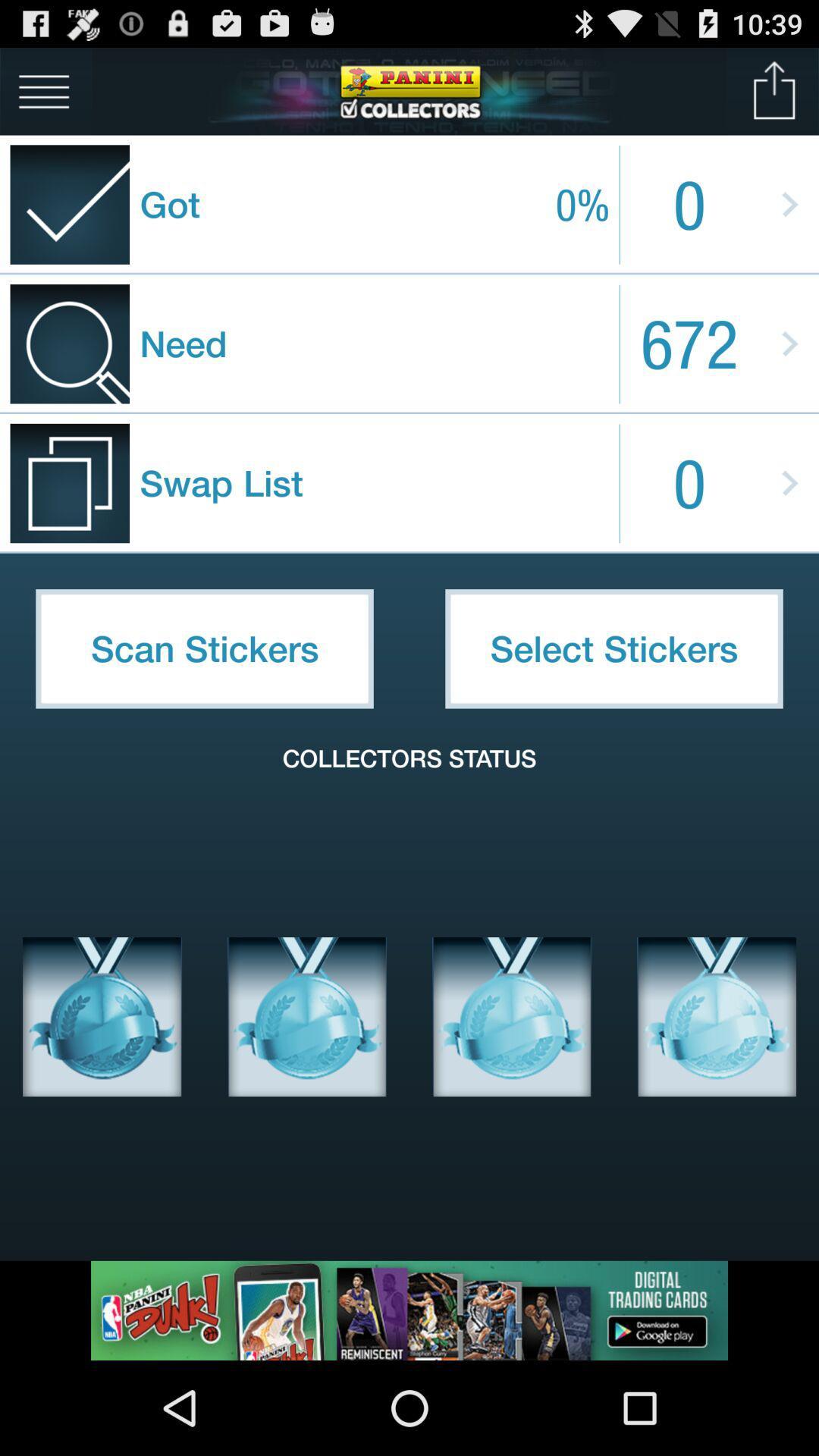  Describe the element at coordinates (614, 648) in the screenshot. I see `the item below swap list item` at that location.